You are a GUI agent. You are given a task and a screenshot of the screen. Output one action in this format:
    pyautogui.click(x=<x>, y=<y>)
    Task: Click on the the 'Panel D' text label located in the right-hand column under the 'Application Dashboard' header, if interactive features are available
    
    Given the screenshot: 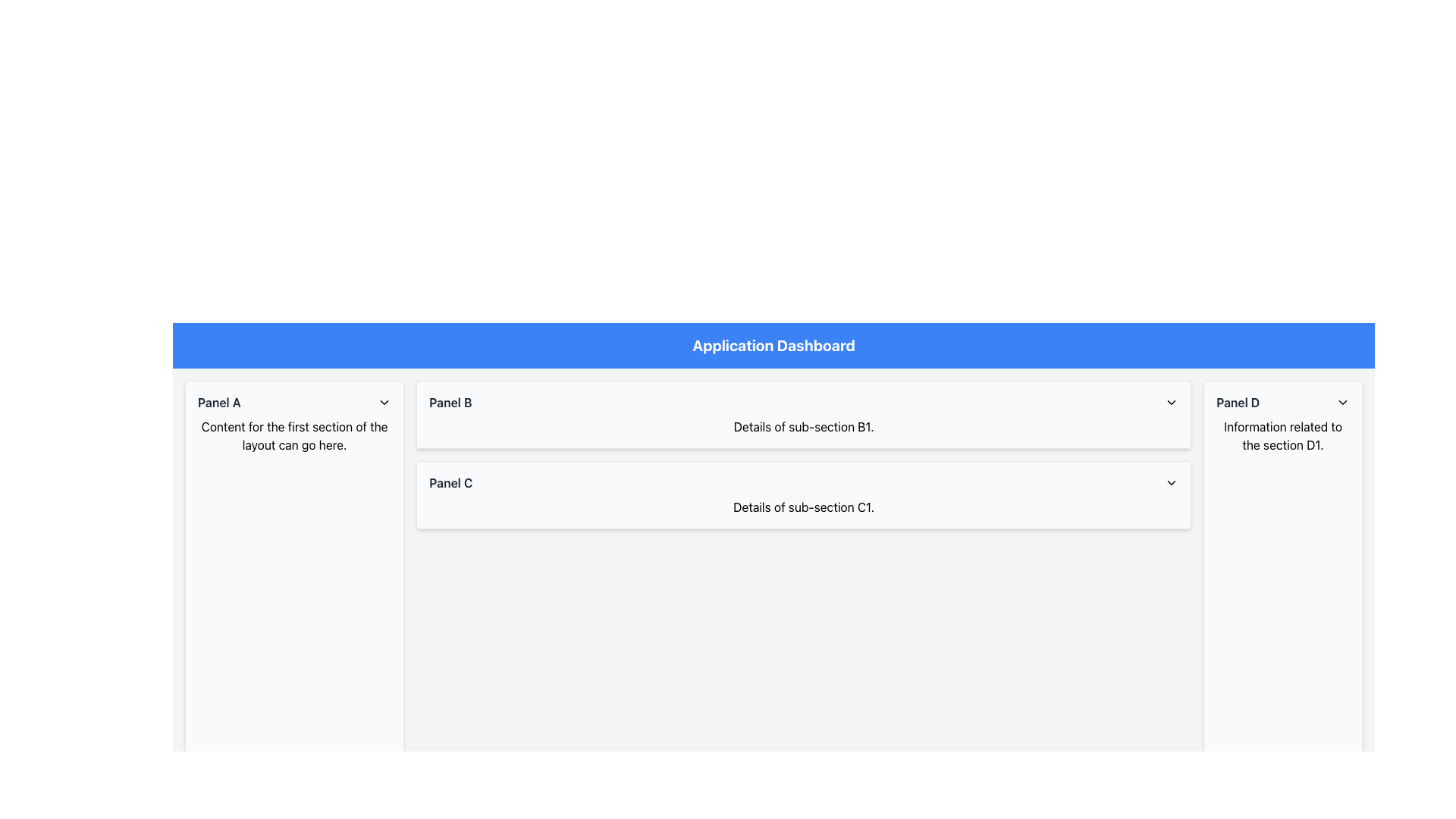 What is the action you would take?
    pyautogui.click(x=1238, y=402)
    